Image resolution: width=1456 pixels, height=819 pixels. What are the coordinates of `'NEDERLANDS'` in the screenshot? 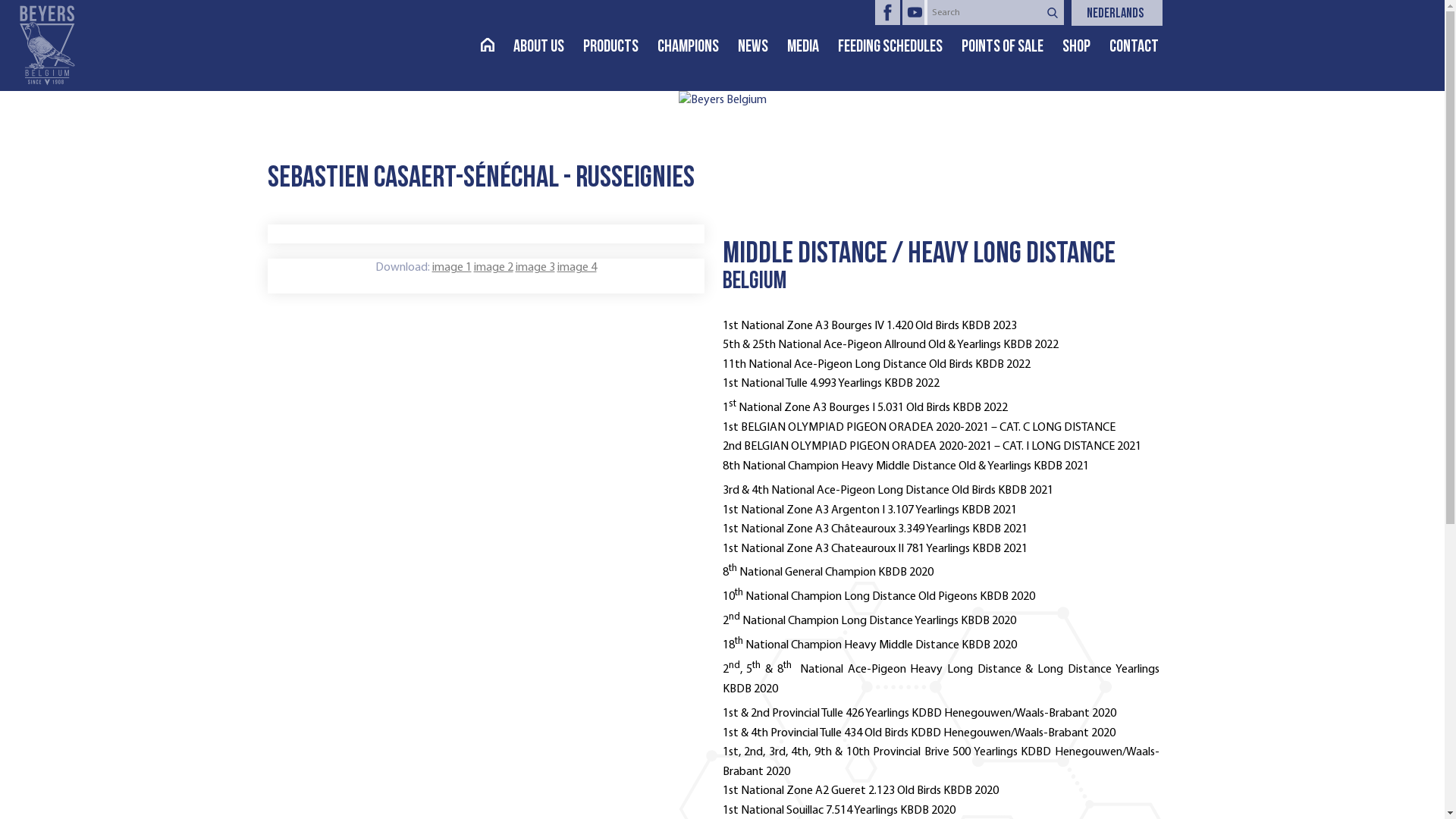 It's located at (1124, 14).